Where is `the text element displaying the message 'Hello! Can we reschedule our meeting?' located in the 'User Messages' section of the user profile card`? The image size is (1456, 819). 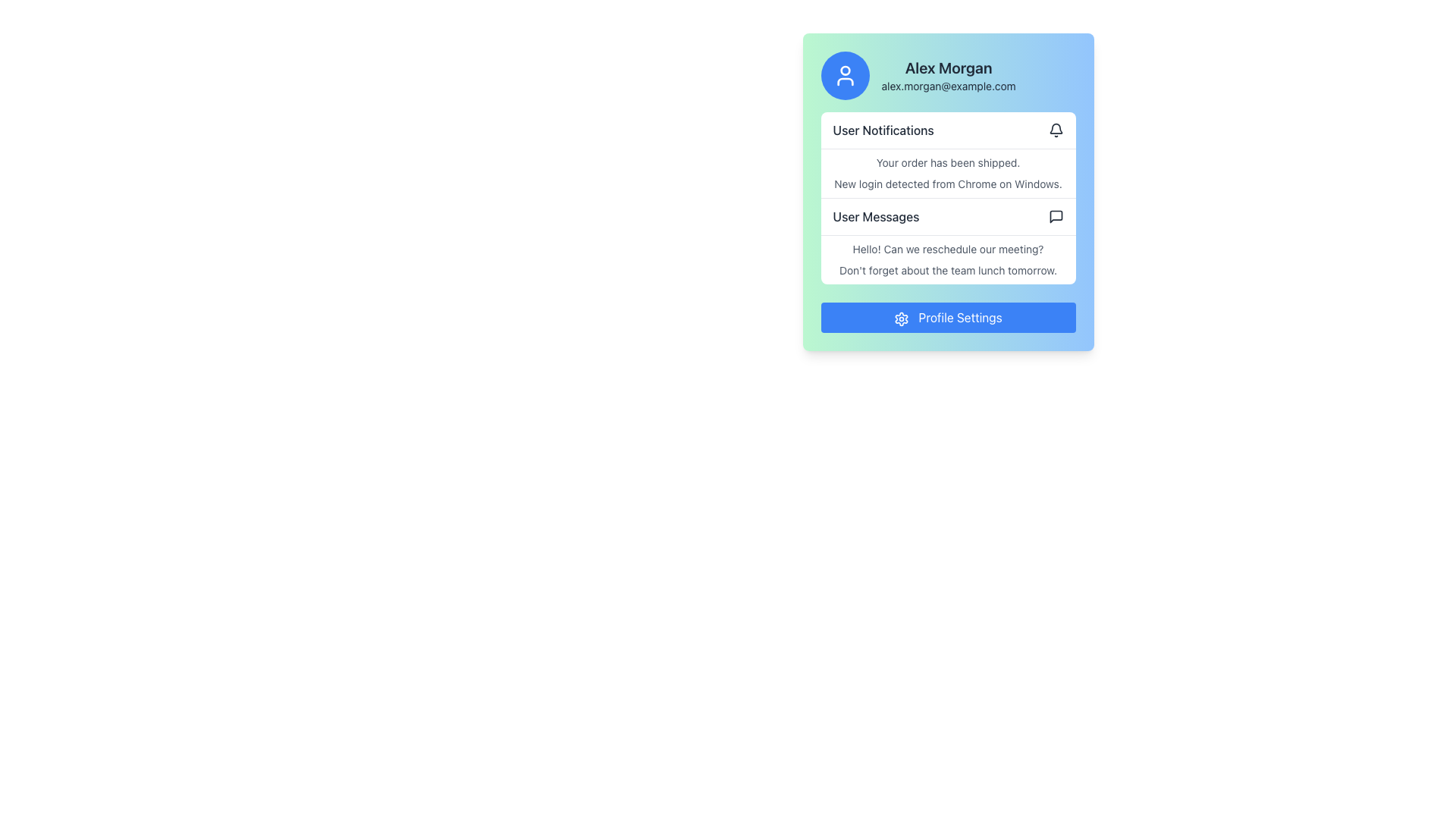 the text element displaying the message 'Hello! Can we reschedule our meeting?' located in the 'User Messages' section of the user profile card is located at coordinates (947, 248).